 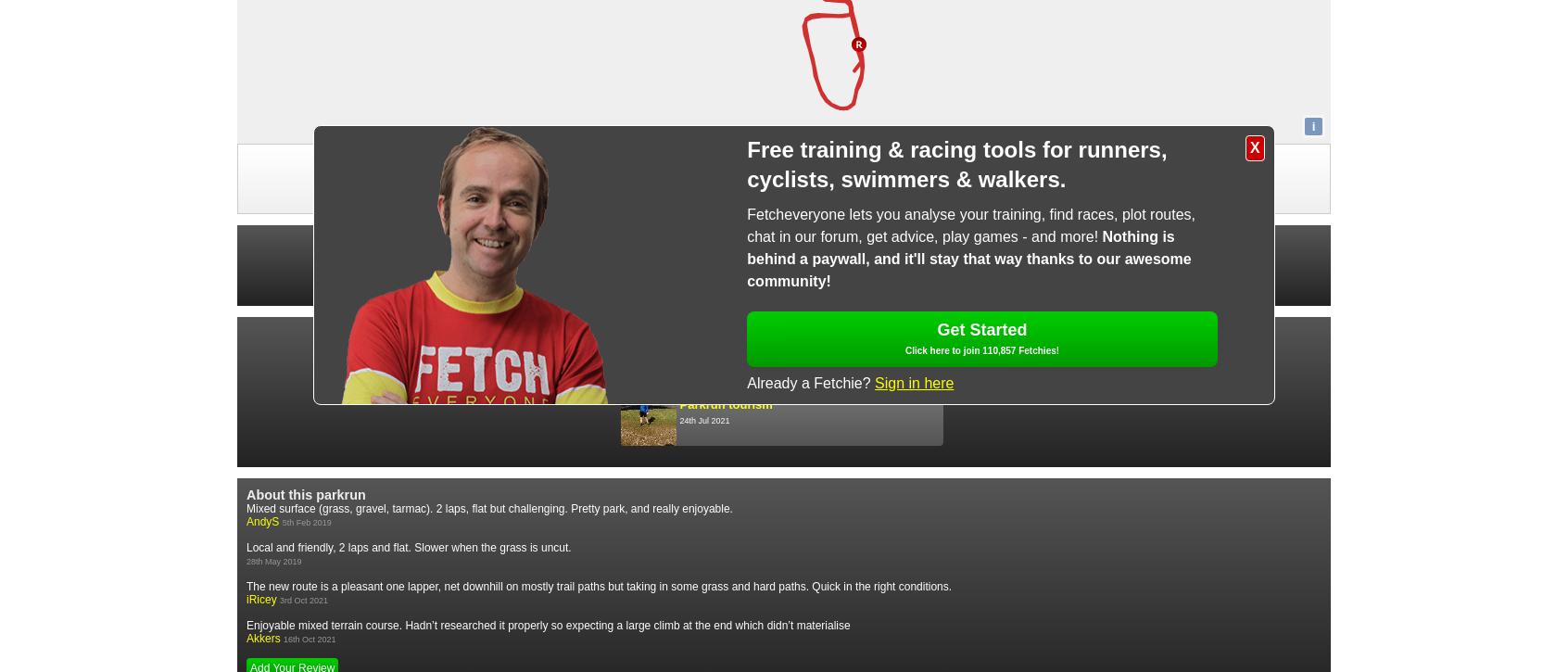 I want to click on 'The new route is a pleasant one lapper, net downhill on mostly trail paths but taking in some grass and hard paths. Quick in the right conditions.', so click(x=599, y=584).